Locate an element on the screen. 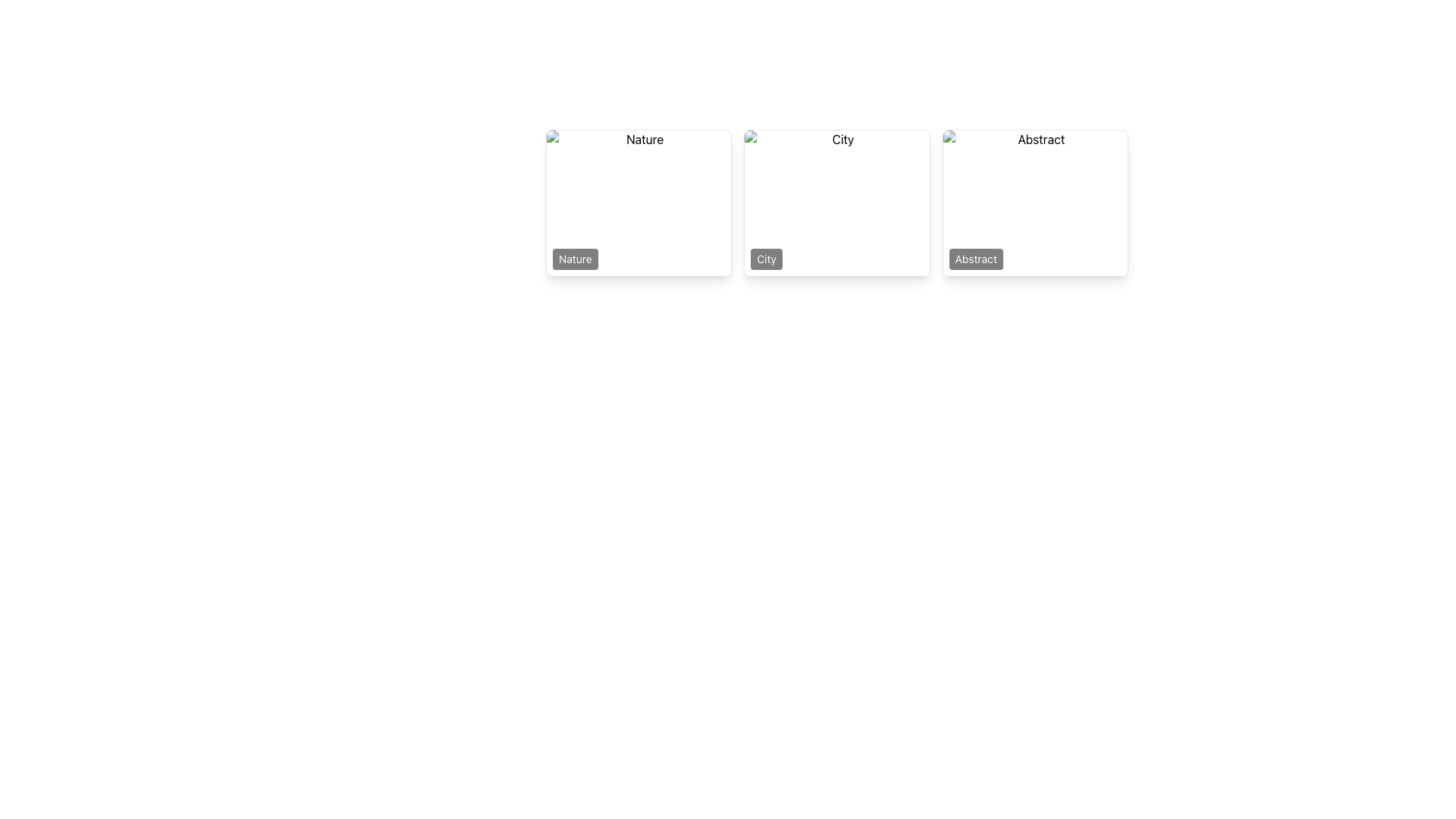 This screenshot has width=1456, height=819. the 'City' card in the grid layout, which is the second card positioned between 'Nature' and 'Abstract' is located at coordinates (836, 202).